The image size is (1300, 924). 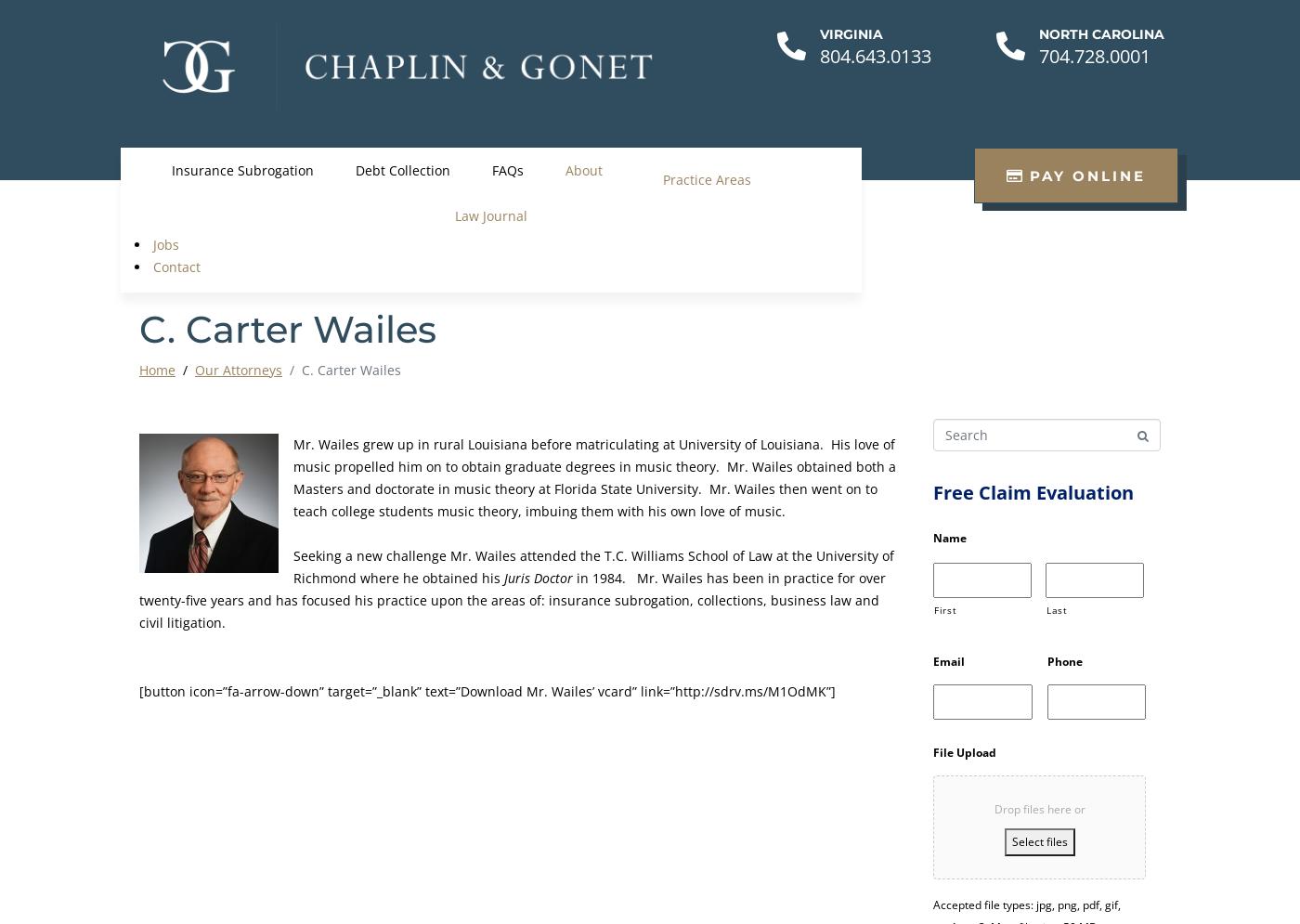 I want to click on 'Juris Doctor', so click(x=539, y=578).